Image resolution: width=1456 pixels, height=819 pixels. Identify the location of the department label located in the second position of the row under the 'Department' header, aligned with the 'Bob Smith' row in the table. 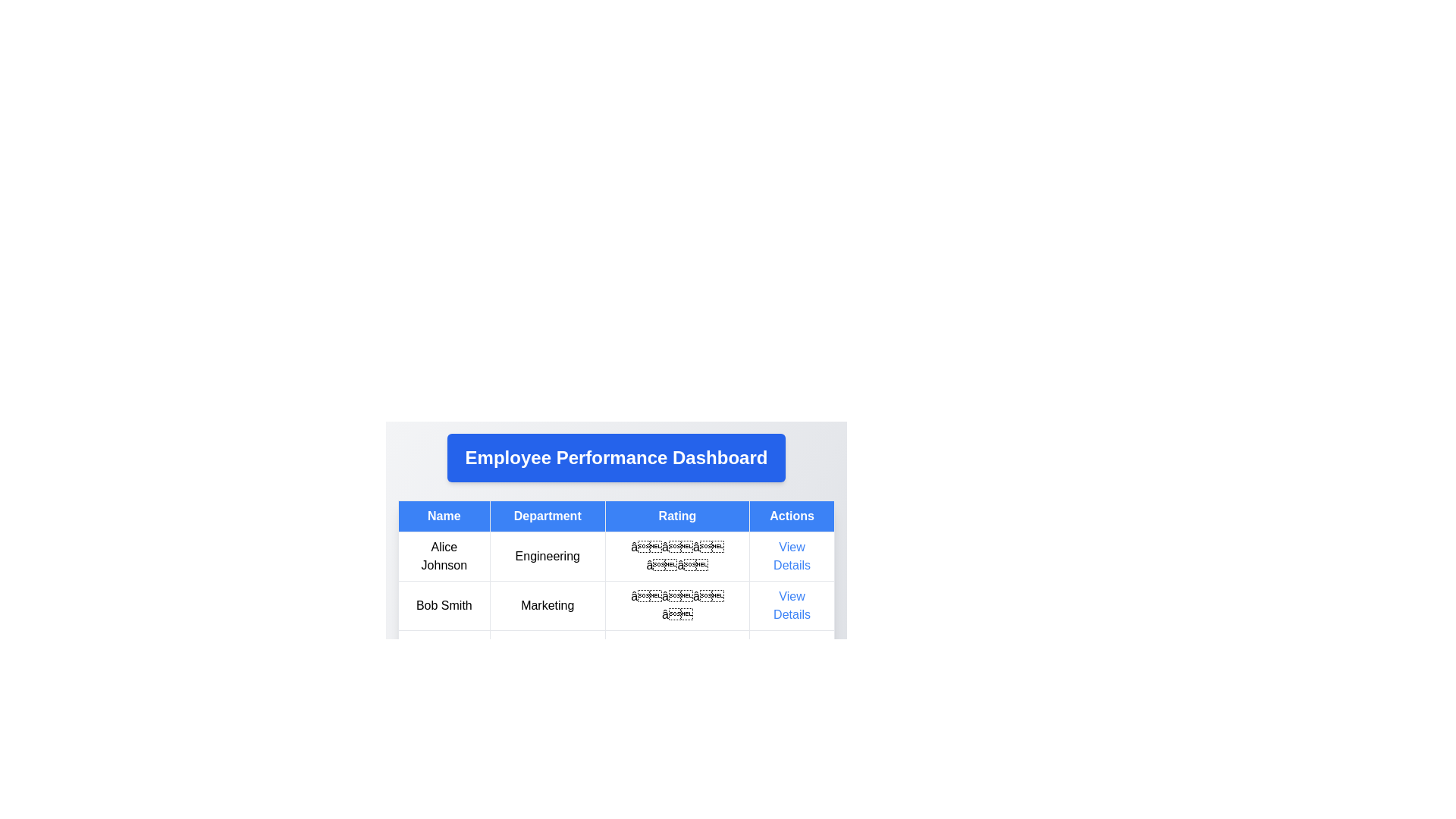
(547, 604).